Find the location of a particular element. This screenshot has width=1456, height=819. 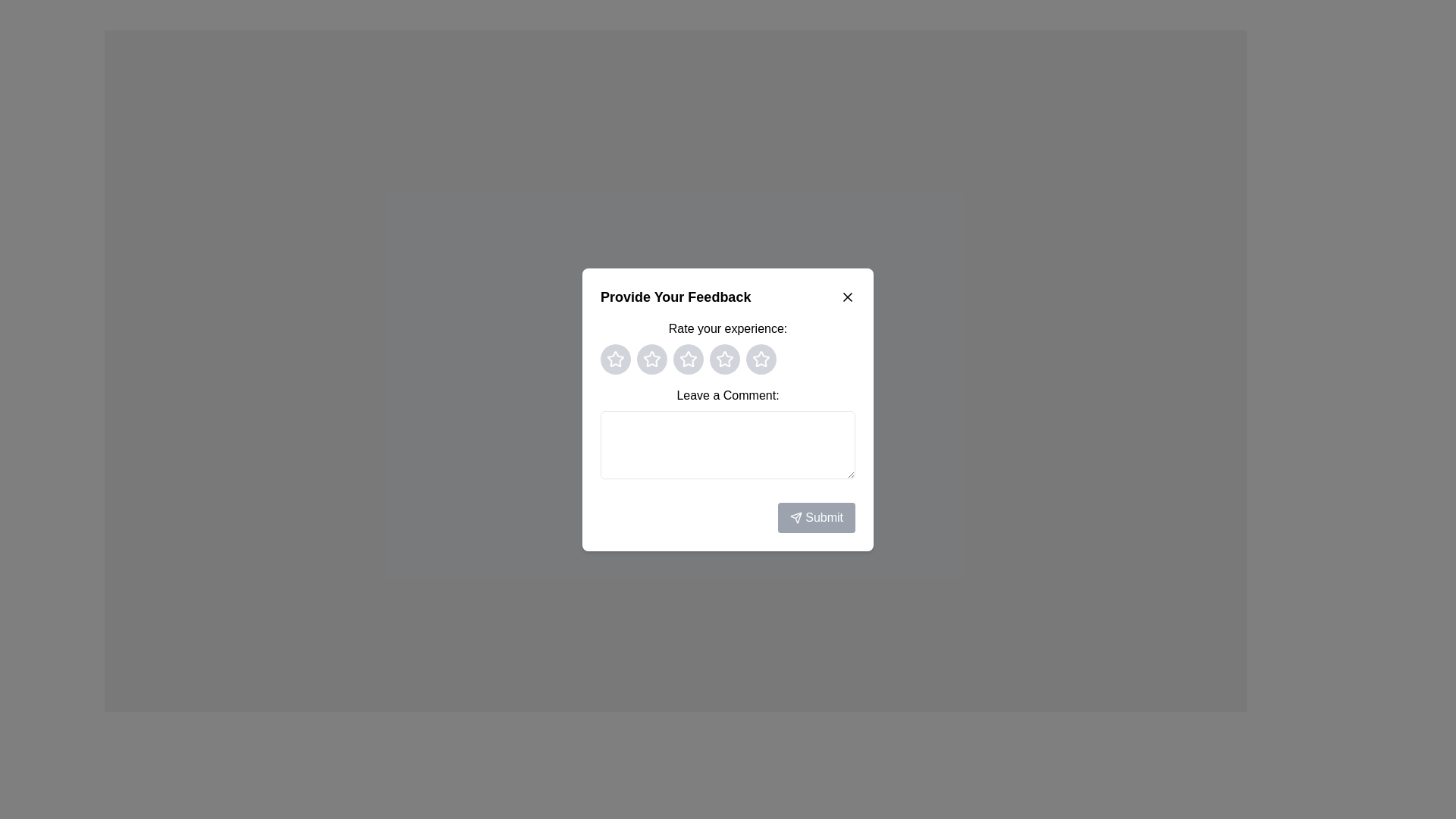

the fifth star button is located at coordinates (761, 359).